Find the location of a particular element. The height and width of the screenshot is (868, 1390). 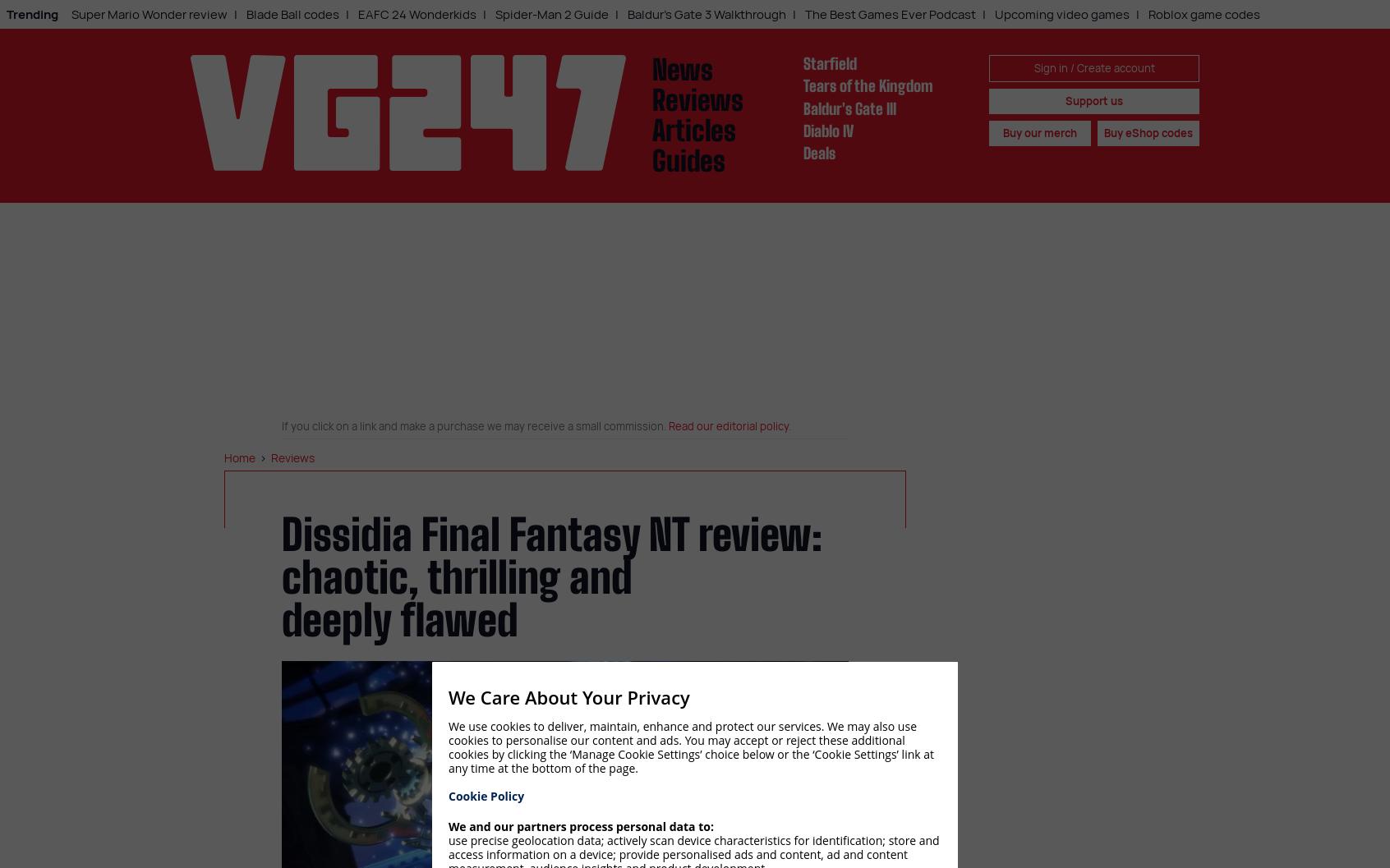

'Starfield' is located at coordinates (829, 62).